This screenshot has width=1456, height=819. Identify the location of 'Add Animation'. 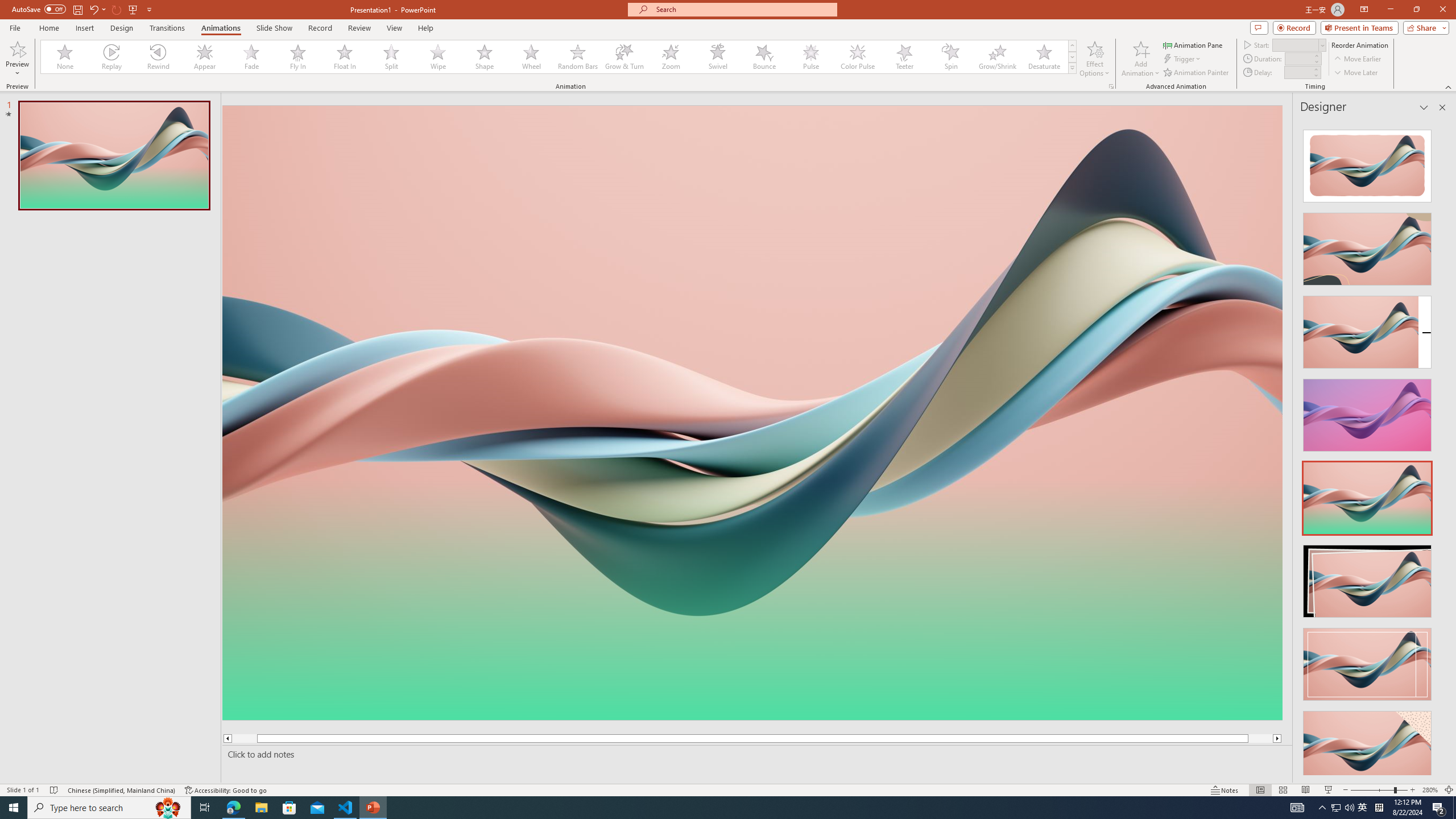
(1141, 59).